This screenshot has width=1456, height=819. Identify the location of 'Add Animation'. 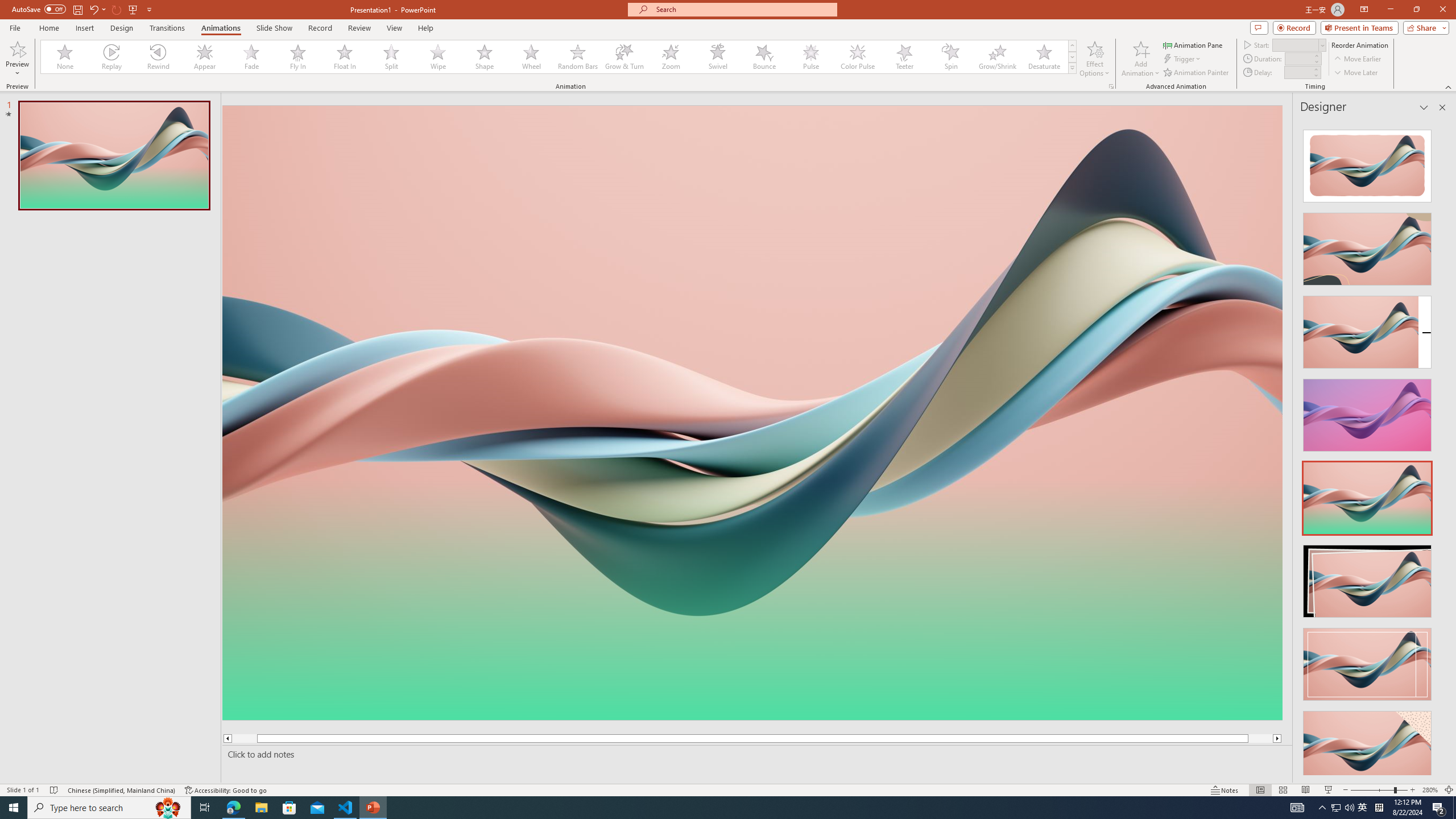
(1141, 59).